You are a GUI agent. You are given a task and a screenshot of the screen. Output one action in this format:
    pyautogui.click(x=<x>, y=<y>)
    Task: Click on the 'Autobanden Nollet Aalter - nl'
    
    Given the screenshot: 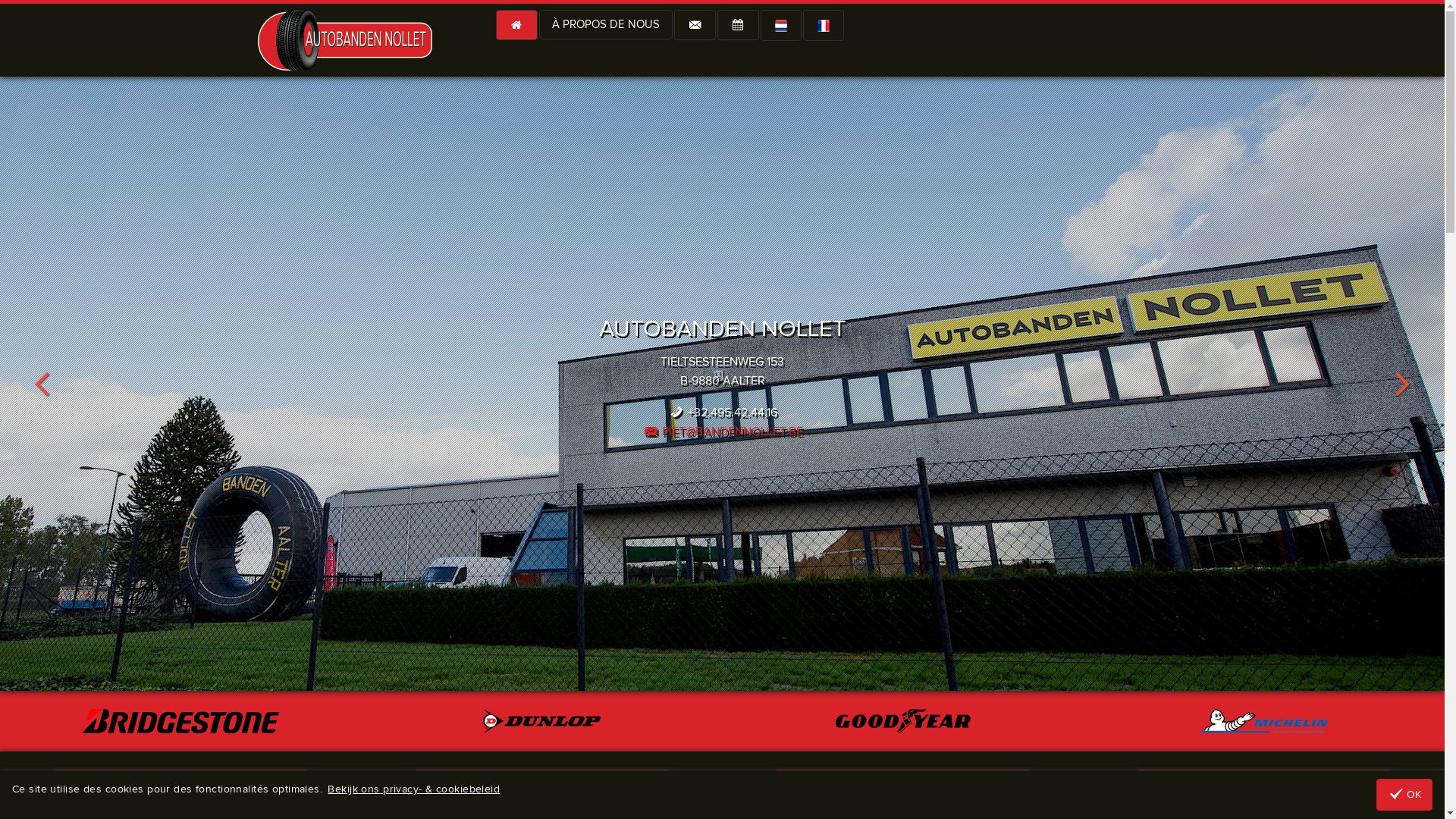 What is the action you would take?
    pyautogui.click(x=780, y=25)
    